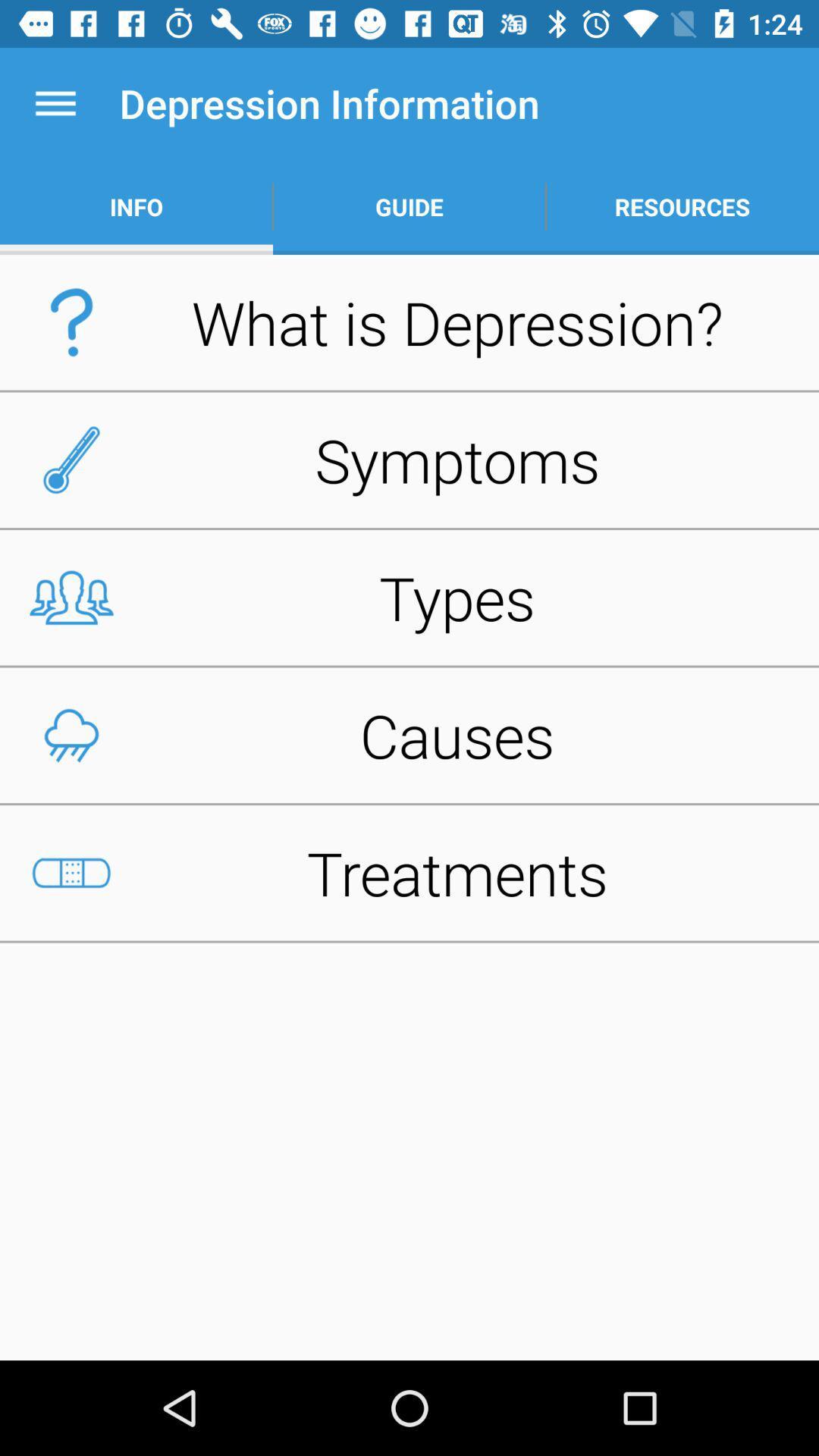 Image resolution: width=819 pixels, height=1456 pixels. Describe the element at coordinates (681, 206) in the screenshot. I see `resources app` at that location.